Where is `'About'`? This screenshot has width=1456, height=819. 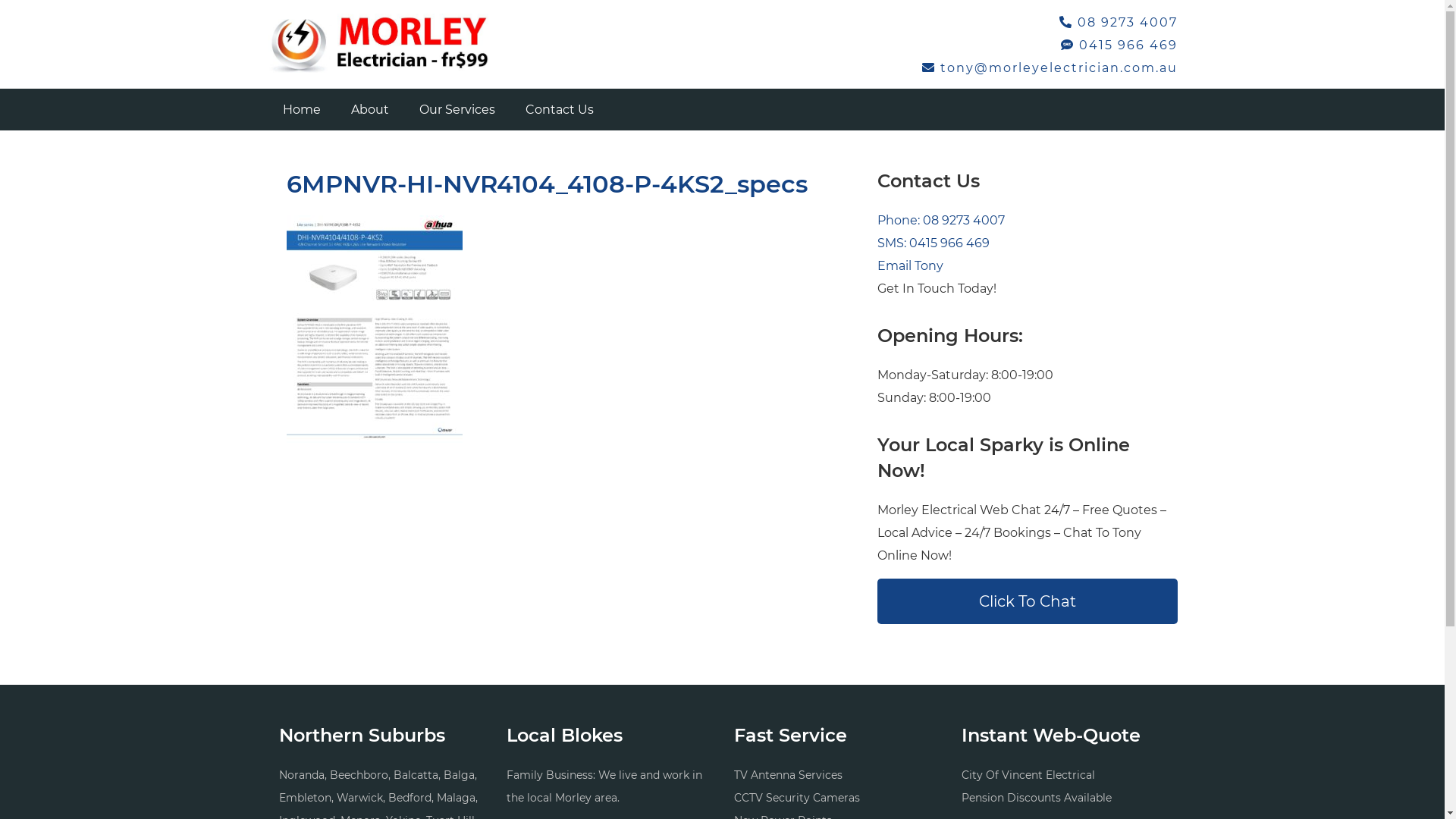 'About' is located at coordinates (334, 108).